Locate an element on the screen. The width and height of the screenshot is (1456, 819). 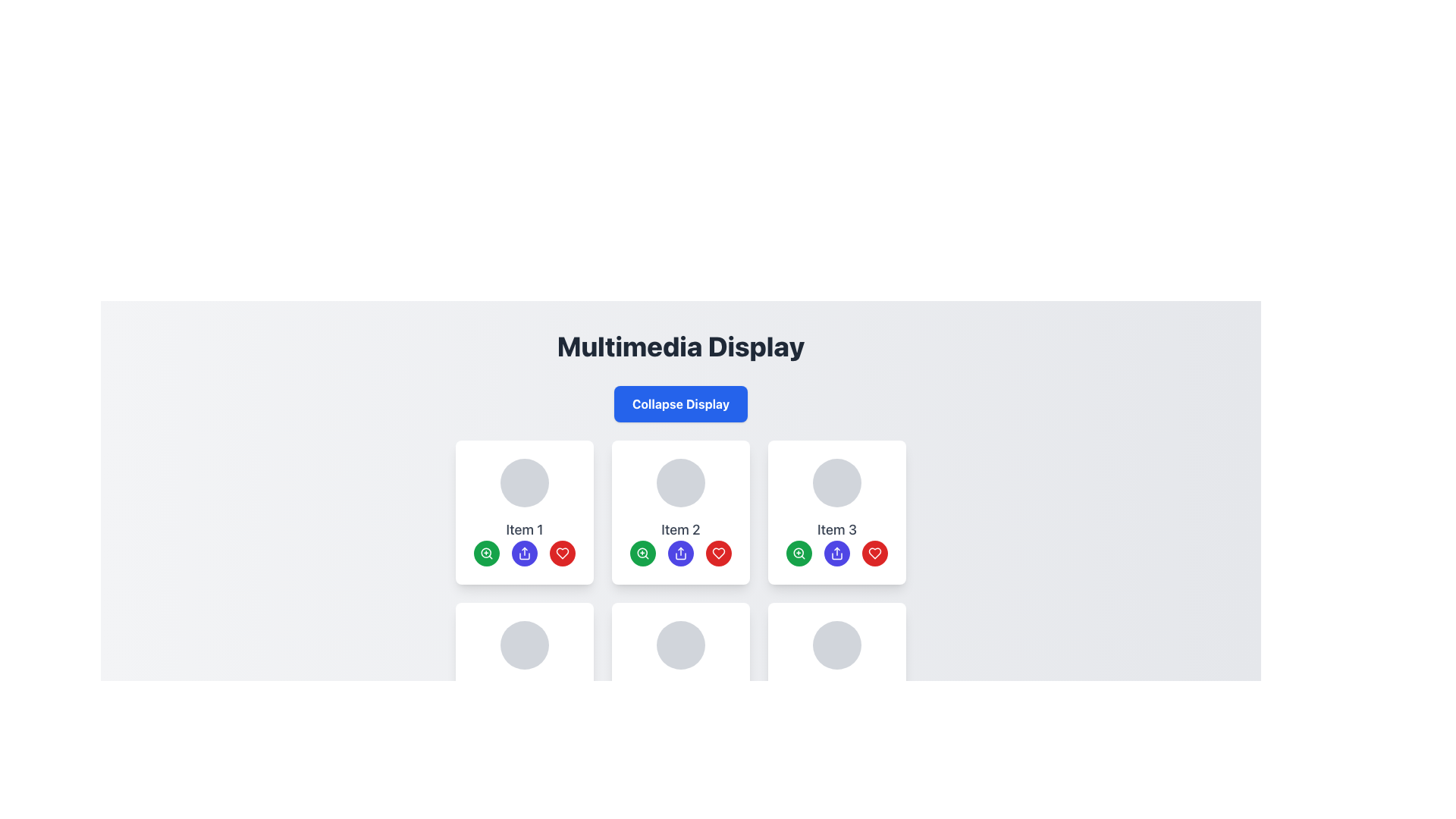
the circular purple button with a white upward arrow symbol, which is centrally located in the grid cell labeled 'Item 2' is located at coordinates (679, 553).